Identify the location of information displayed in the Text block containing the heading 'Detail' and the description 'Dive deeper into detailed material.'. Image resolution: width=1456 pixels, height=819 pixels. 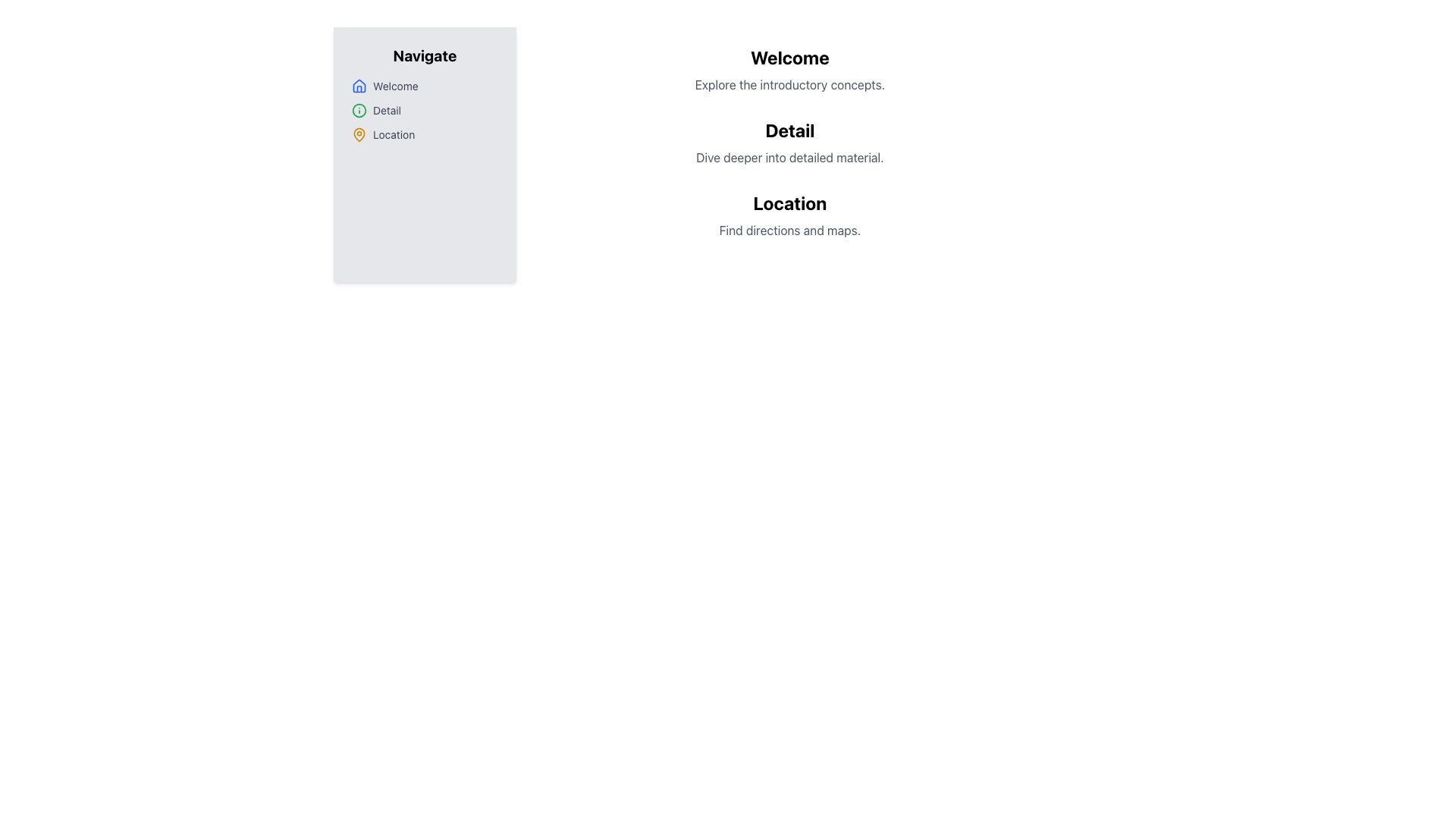
(789, 143).